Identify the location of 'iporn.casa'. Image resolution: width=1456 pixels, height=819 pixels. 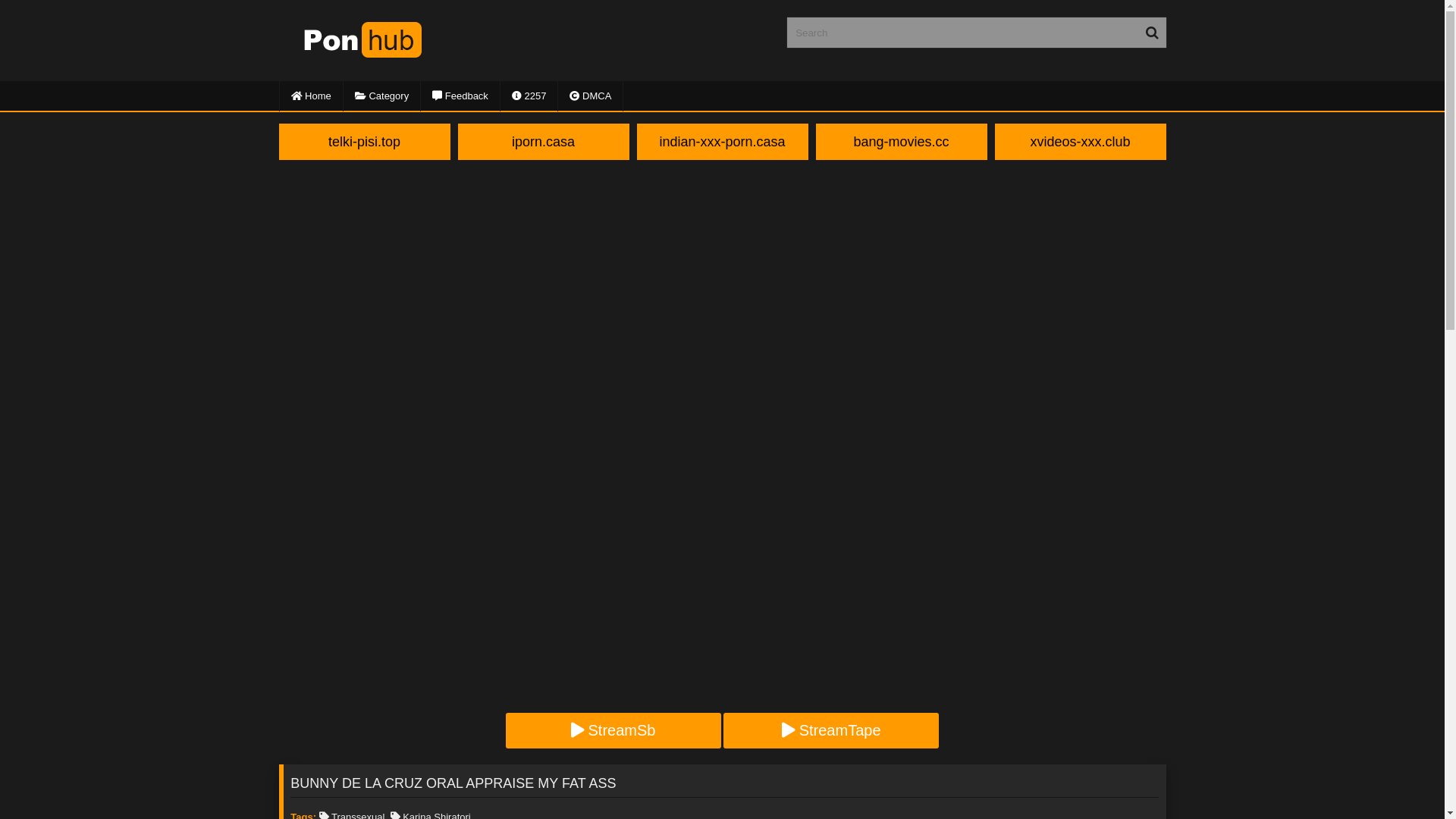
(543, 141).